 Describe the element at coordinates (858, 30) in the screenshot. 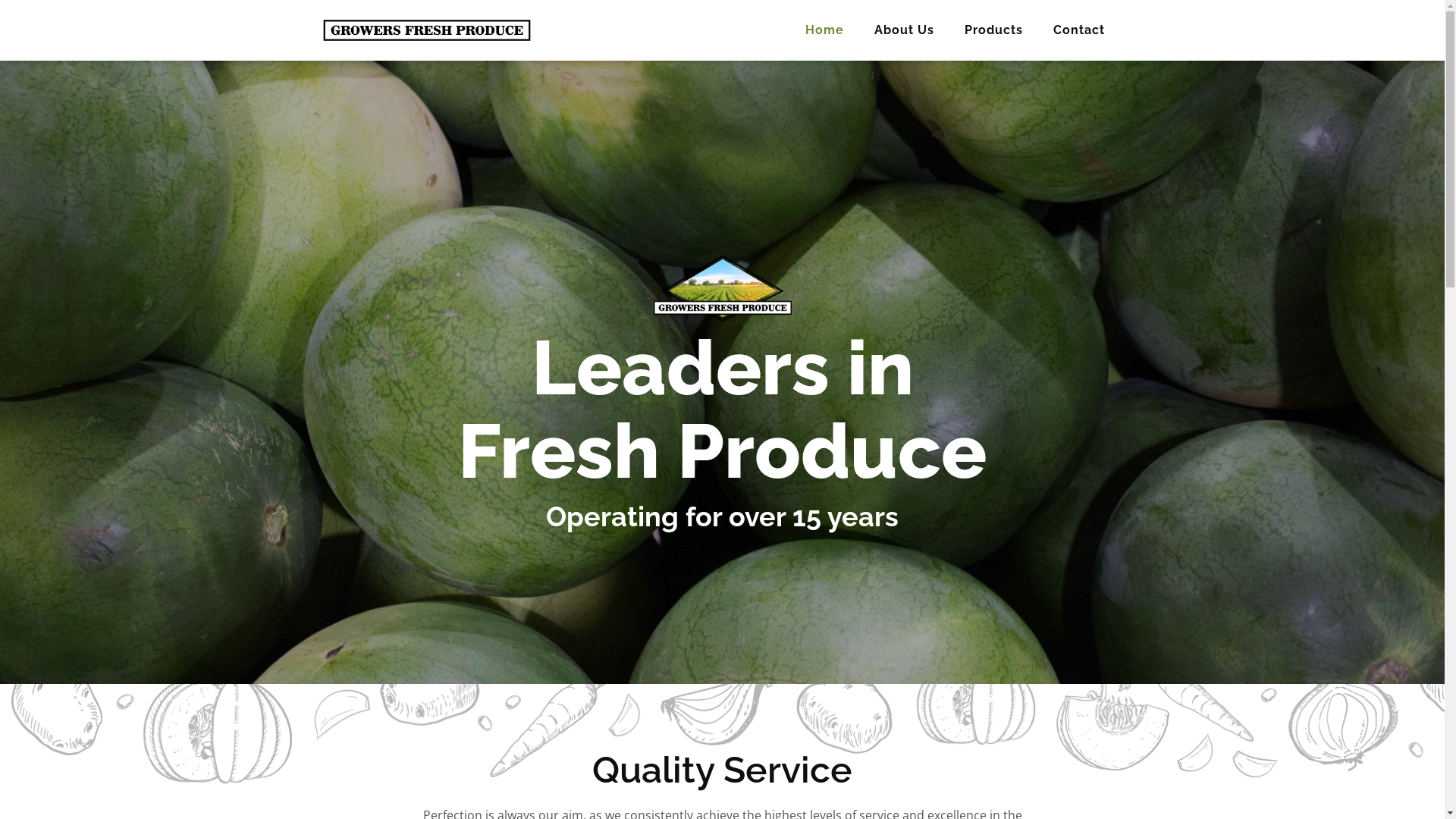

I see `'About Us'` at that location.